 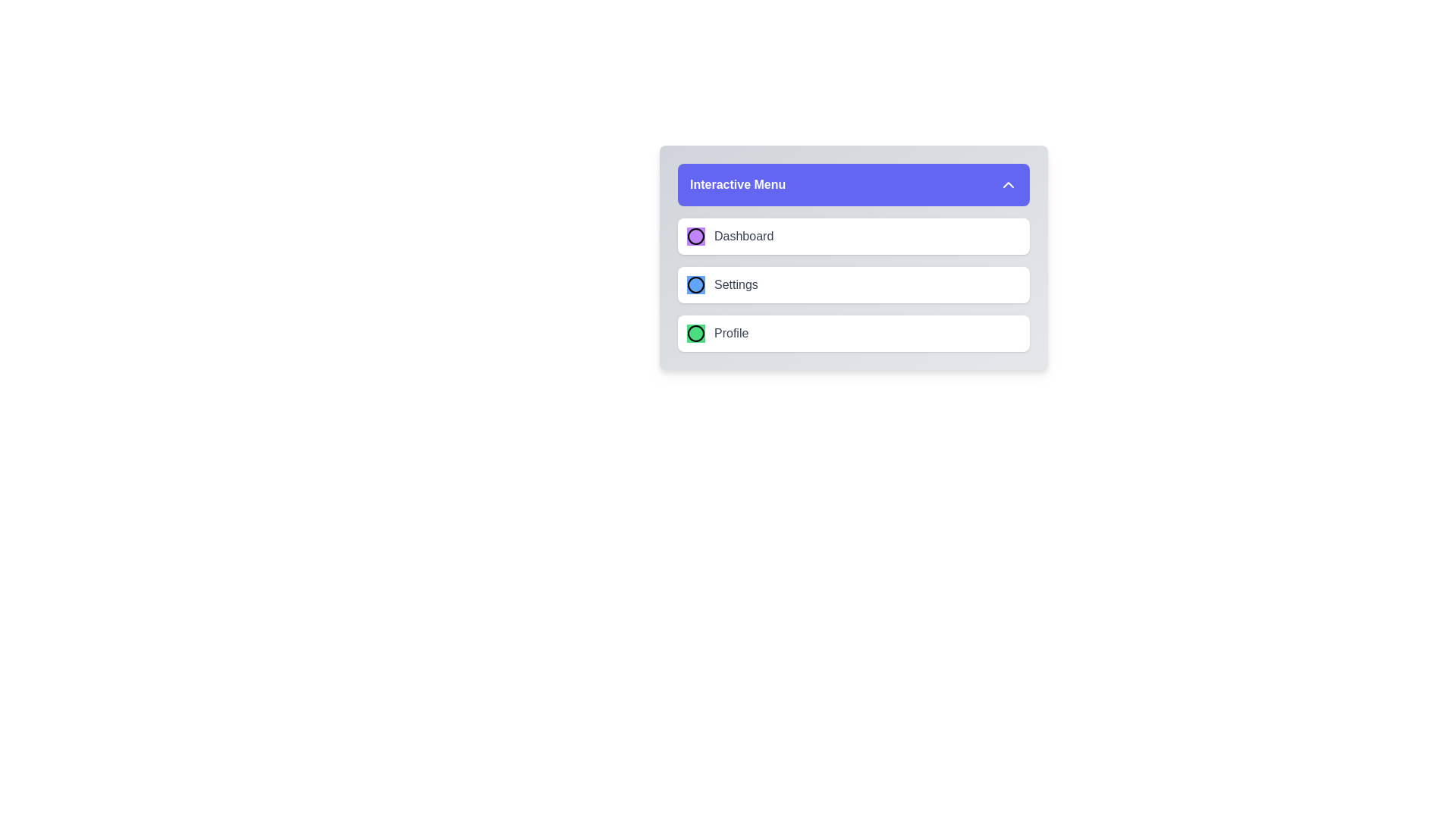 I want to click on the menu item Profile from the EnhancedMenu, so click(x=854, y=332).